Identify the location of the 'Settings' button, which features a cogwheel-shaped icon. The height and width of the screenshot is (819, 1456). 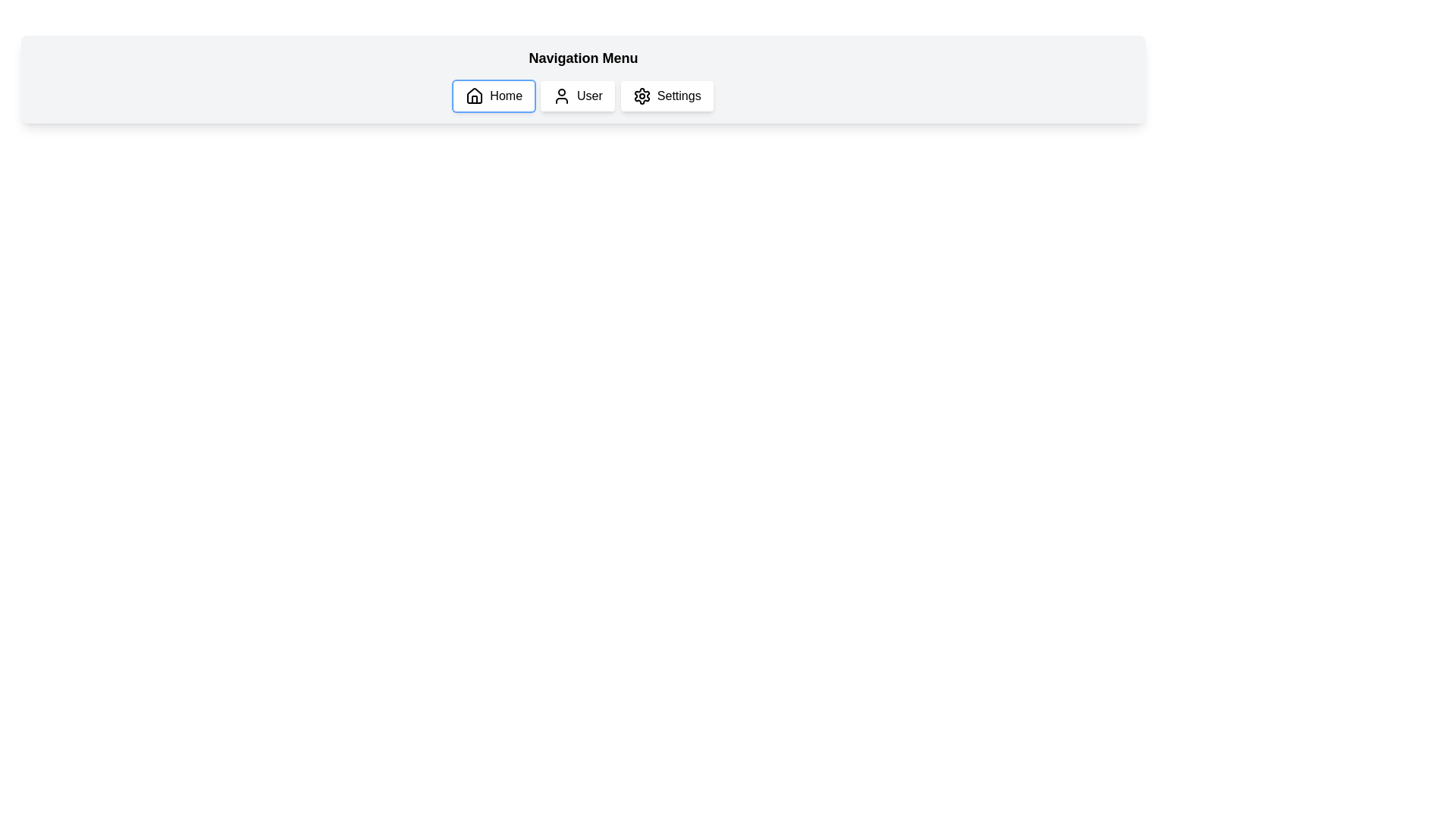
(642, 96).